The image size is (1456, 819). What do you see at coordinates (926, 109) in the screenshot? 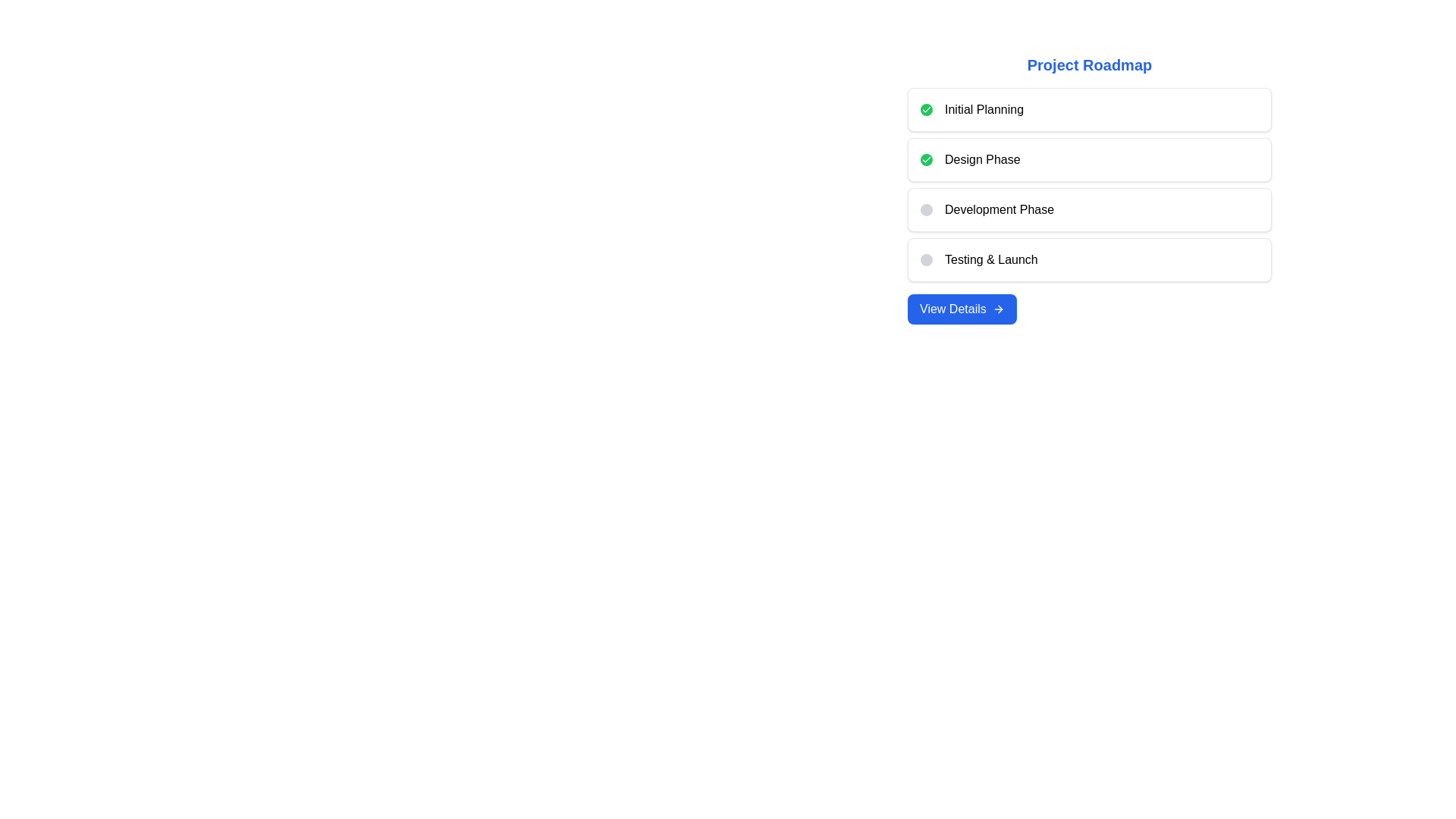
I see `the Status indicator for the 'Initial Planning' phase, which is represented by a green checkmark and is located at the far left of its row, within a white rectangular card with rounded corners` at bounding box center [926, 109].